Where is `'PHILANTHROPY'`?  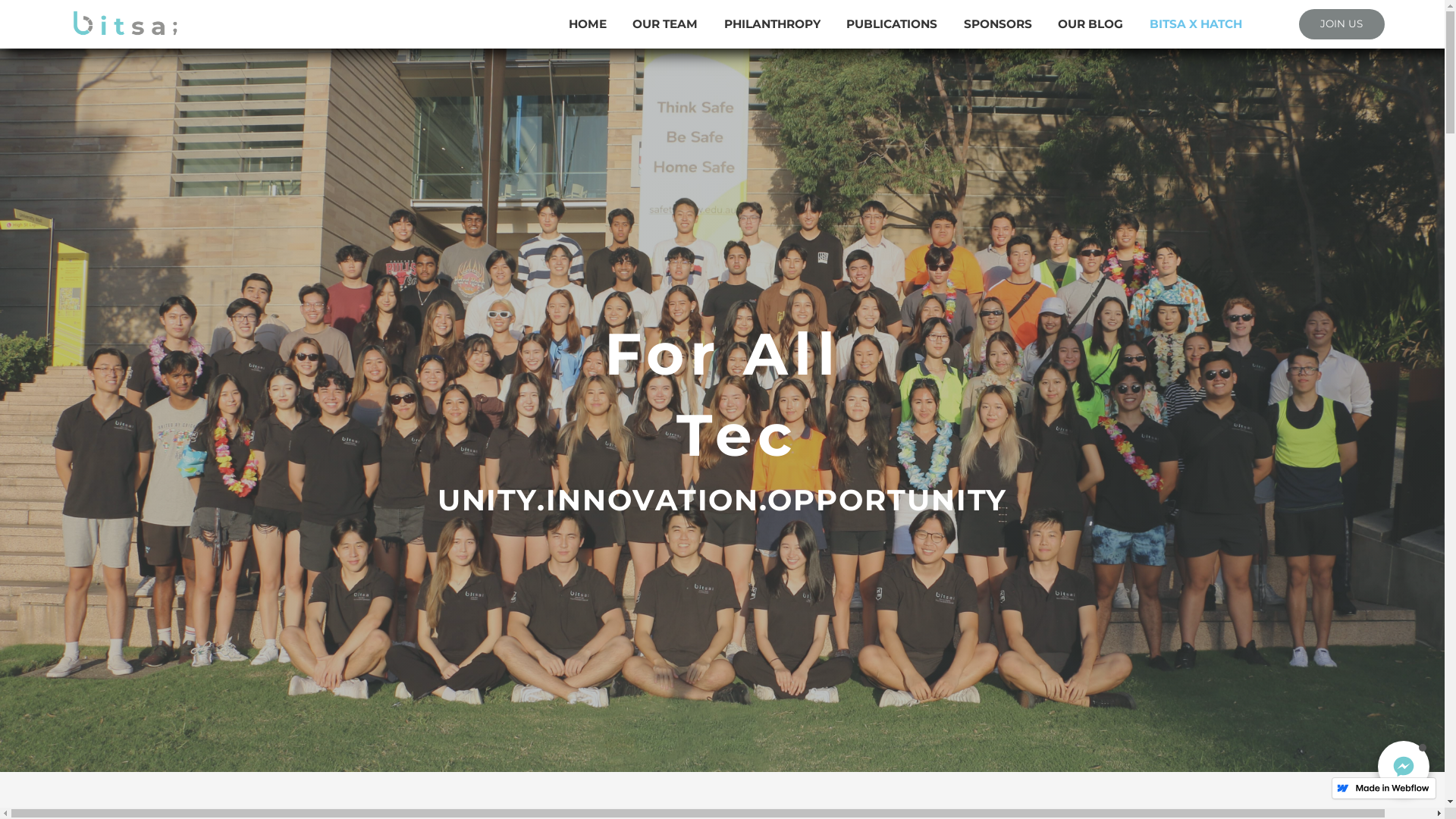 'PHILANTHROPY' is located at coordinates (772, 24).